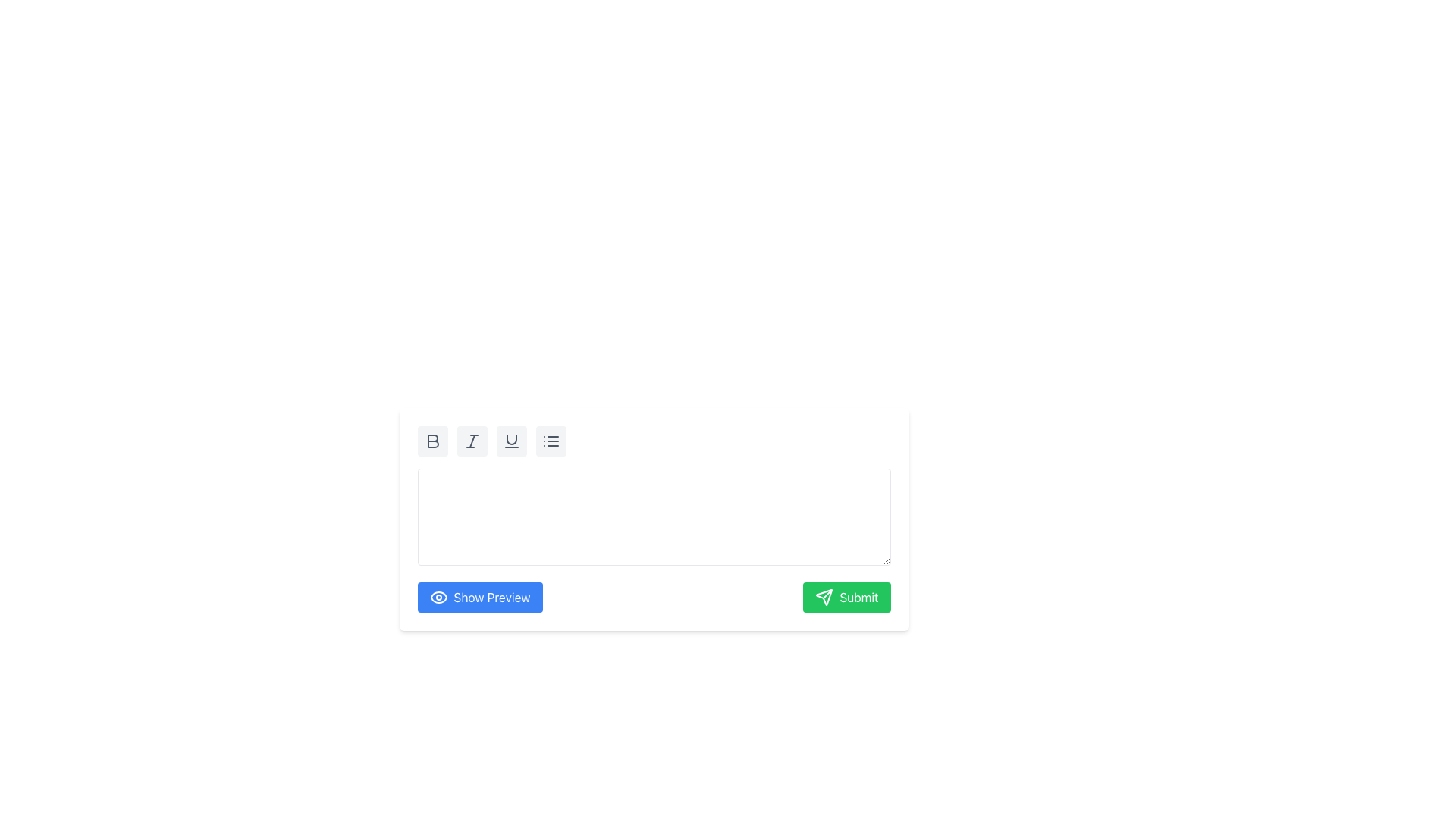 Image resolution: width=1456 pixels, height=819 pixels. Describe the element at coordinates (431, 441) in the screenshot. I see `the bold formatting button, which is represented by an icon resembling a bold letter 'B' on a light gray rounded background, located at the top-left corner of the text editor interface` at that location.